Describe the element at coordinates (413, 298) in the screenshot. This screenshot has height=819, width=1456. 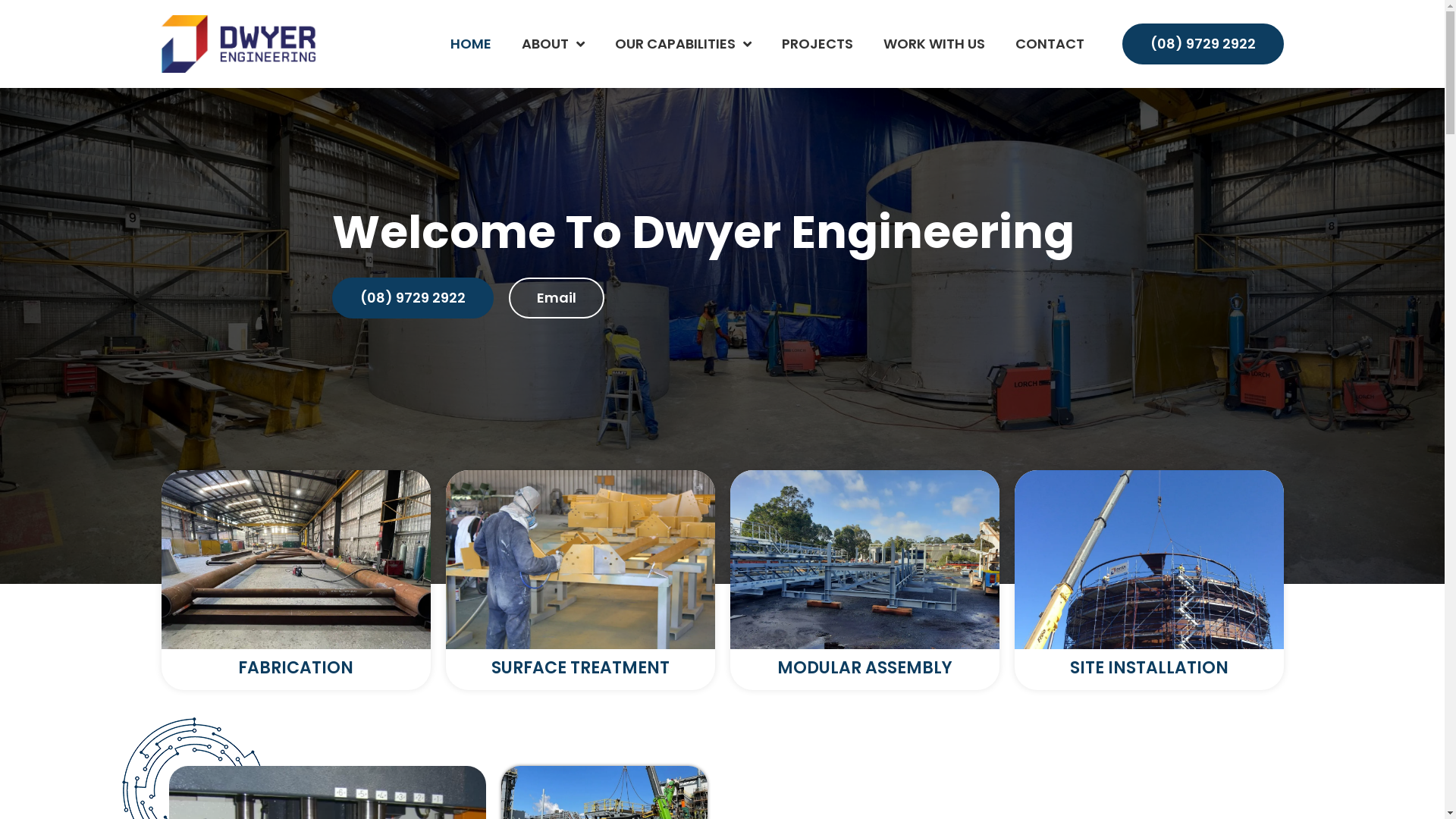
I see `'(08) 9729 2922'` at that location.